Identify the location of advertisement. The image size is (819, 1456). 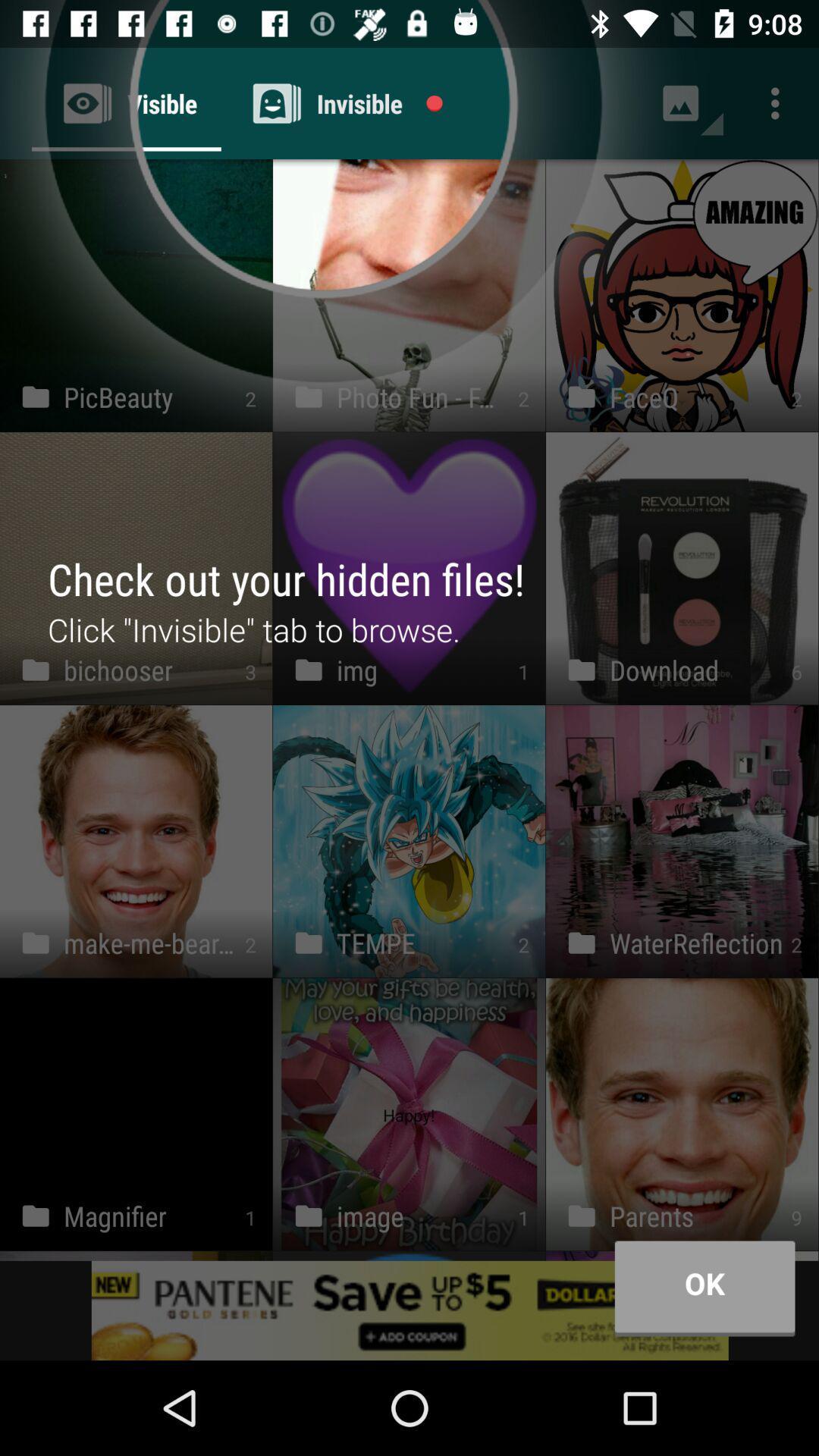
(409, 1310).